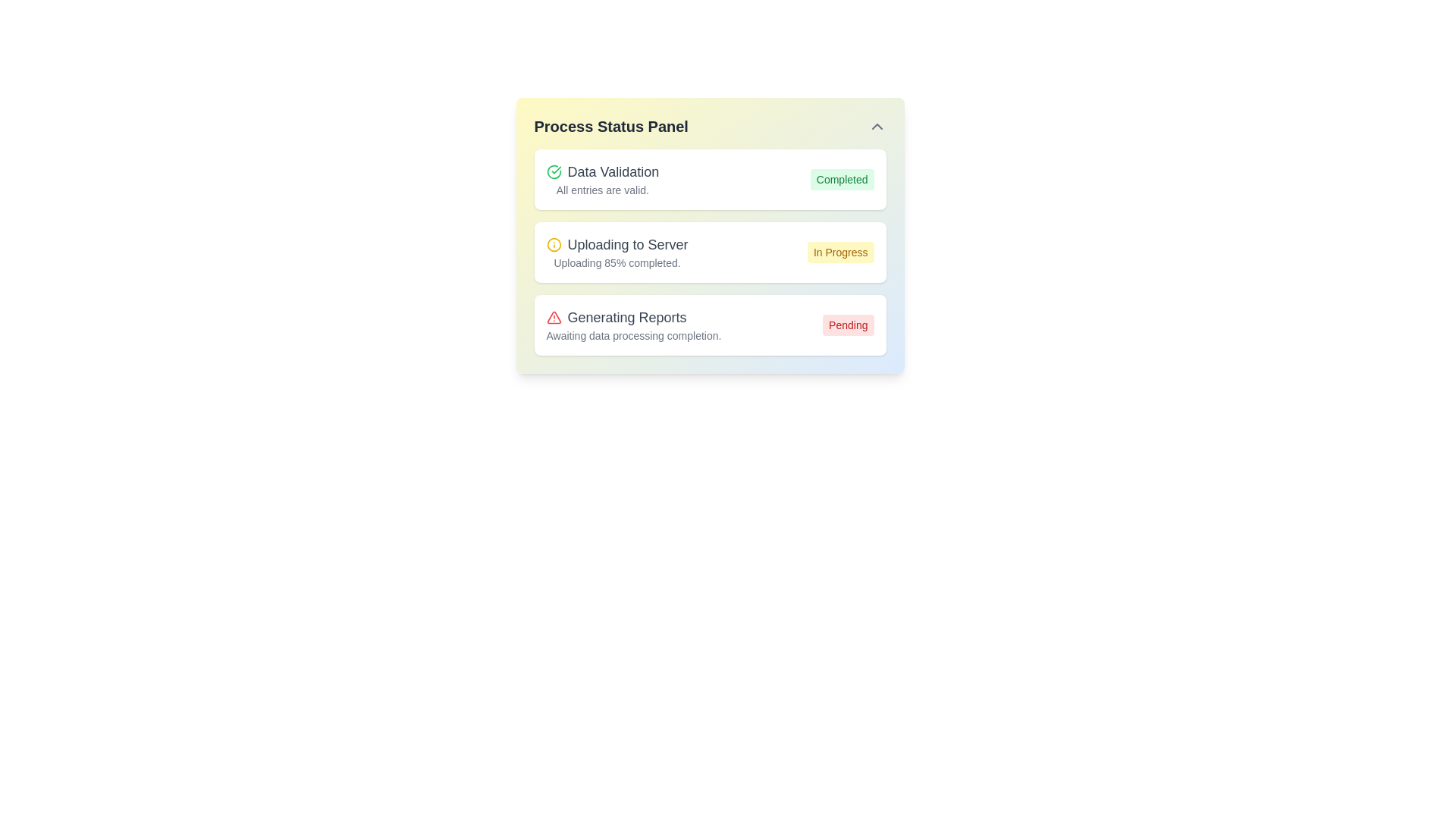  What do you see at coordinates (633, 324) in the screenshot?
I see `the 'Generating Reports' status indicator in the Process Status Panel` at bounding box center [633, 324].